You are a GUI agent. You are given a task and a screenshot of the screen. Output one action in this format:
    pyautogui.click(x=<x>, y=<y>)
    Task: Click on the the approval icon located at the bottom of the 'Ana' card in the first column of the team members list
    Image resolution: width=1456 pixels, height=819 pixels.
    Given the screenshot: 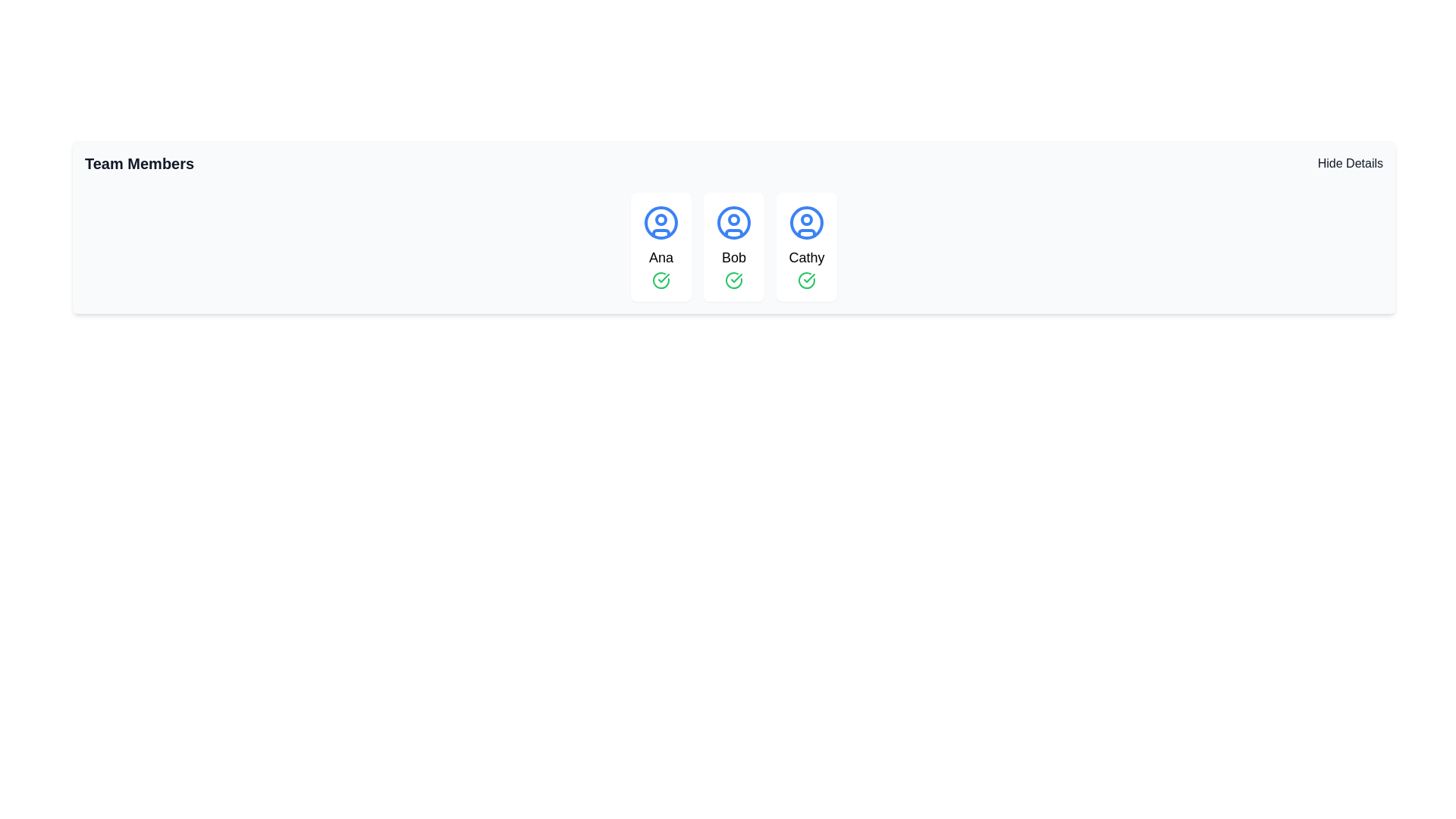 What is the action you would take?
    pyautogui.click(x=661, y=281)
    